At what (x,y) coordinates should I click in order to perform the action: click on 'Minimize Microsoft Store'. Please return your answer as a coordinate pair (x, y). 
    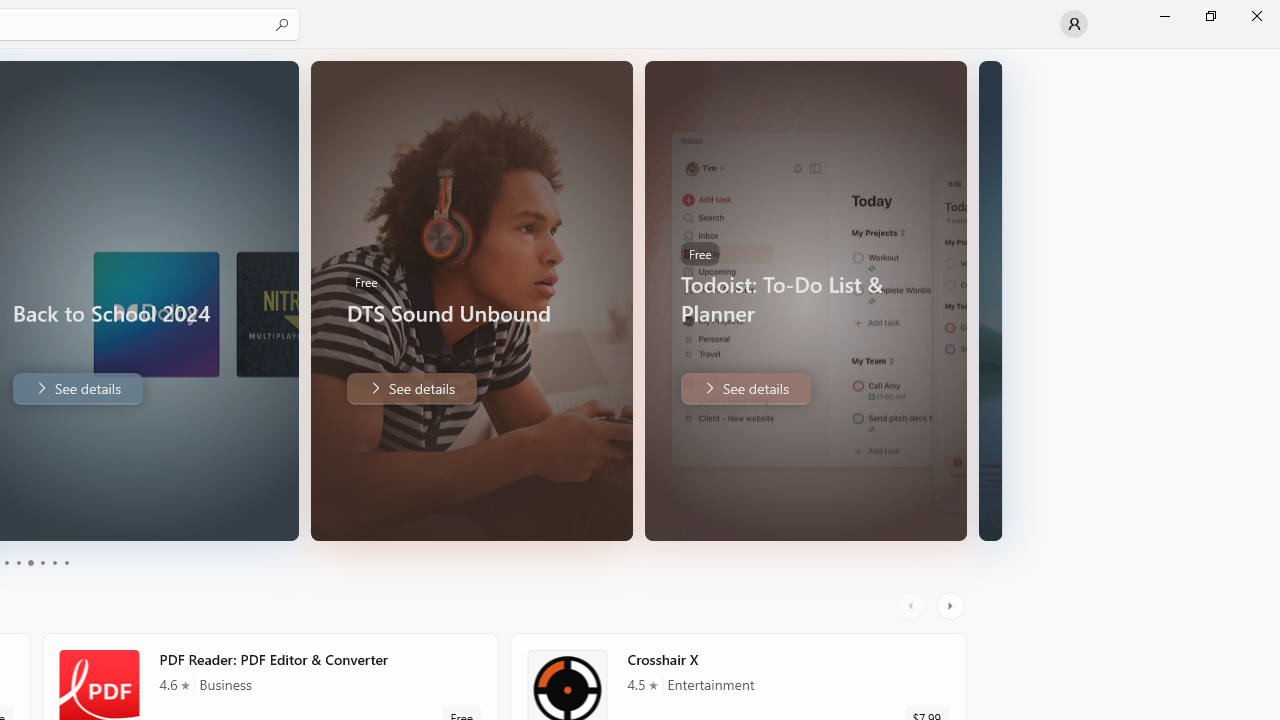
    Looking at the image, I should click on (1164, 15).